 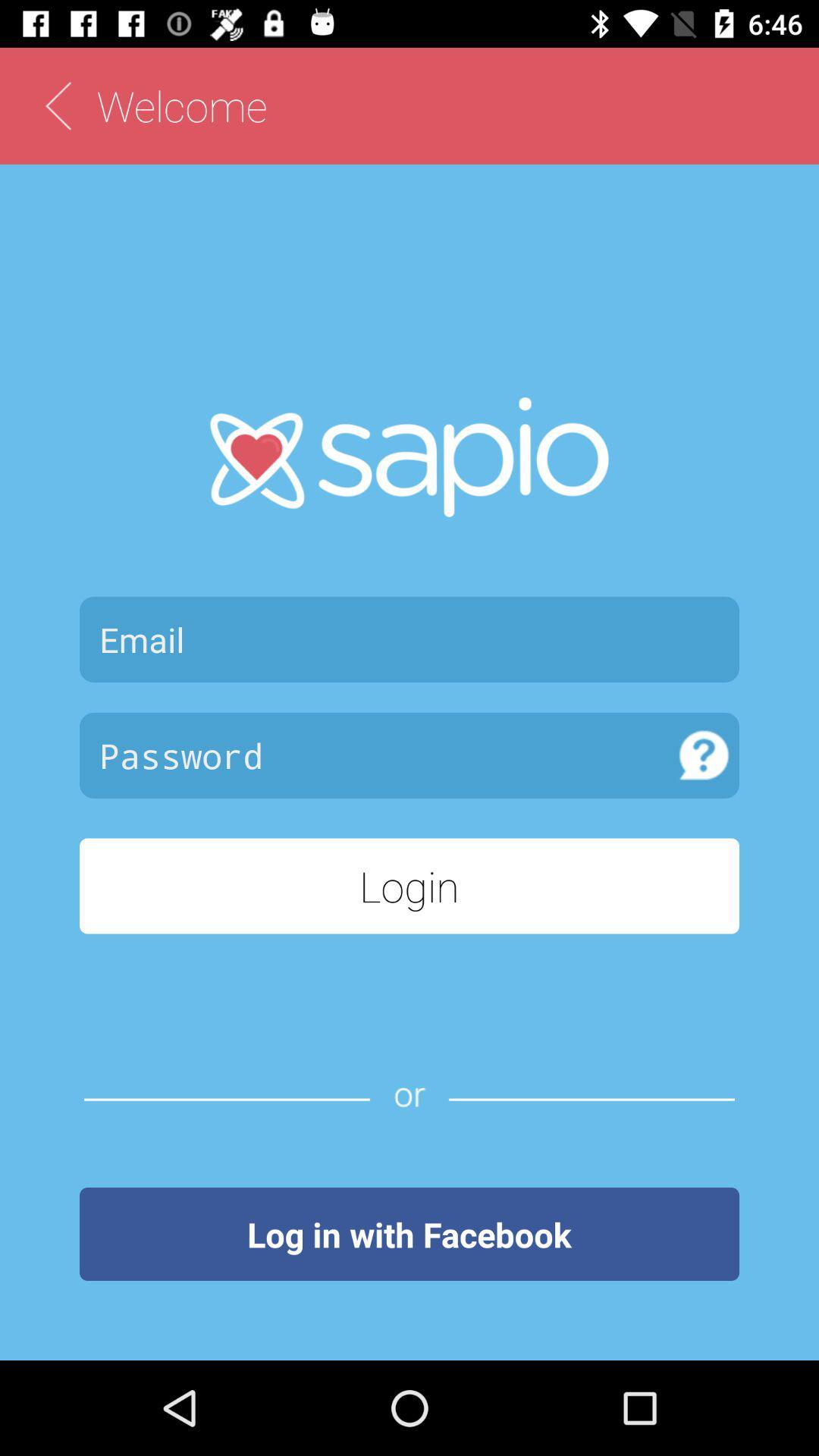 What do you see at coordinates (57, 105) in the screenshot?
I see `the app next to the welcome item` at bounding box center [57, 105].